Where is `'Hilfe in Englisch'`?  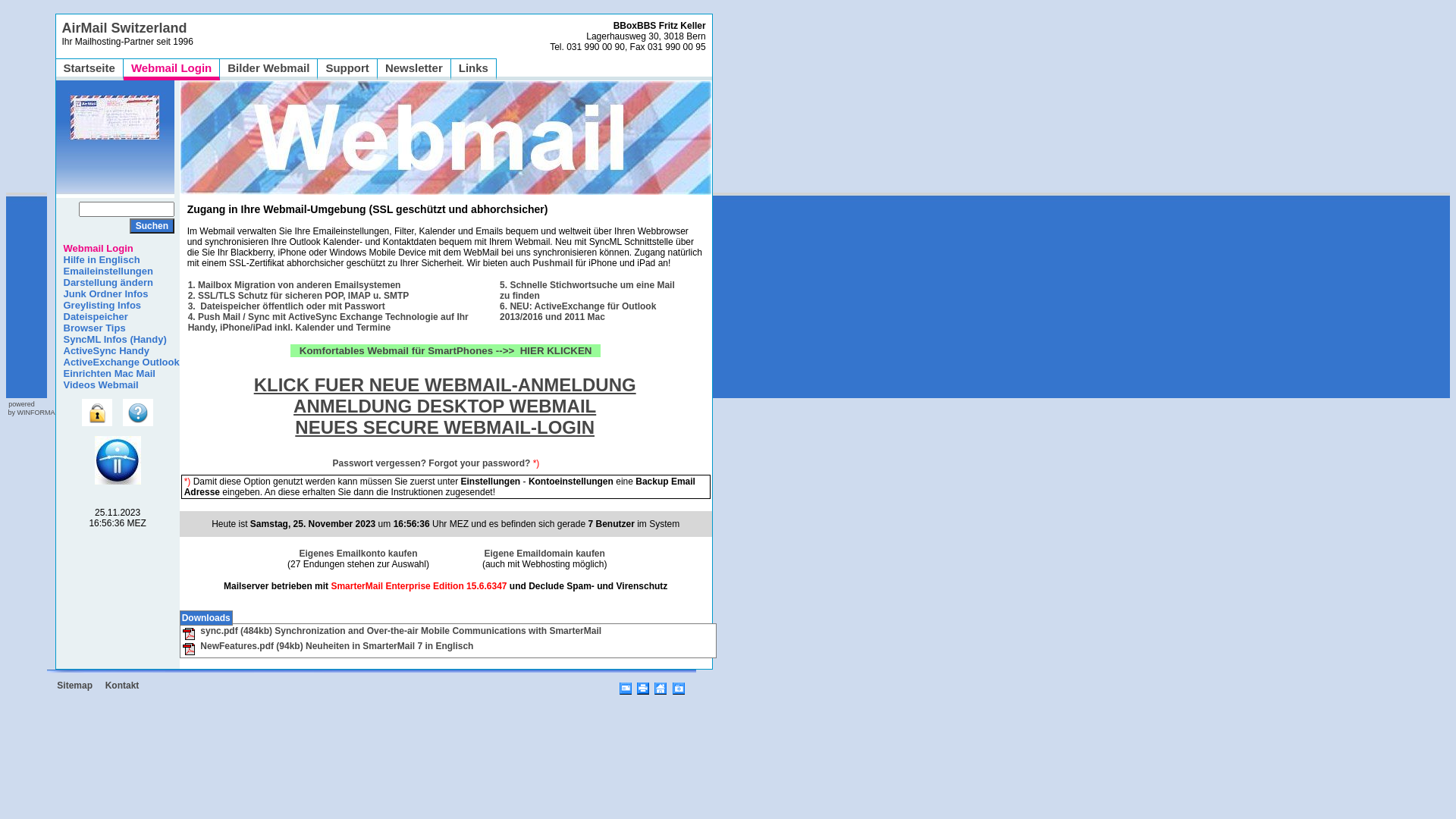
'Hilfe in Englisch' is located at coordinates (97, 259).